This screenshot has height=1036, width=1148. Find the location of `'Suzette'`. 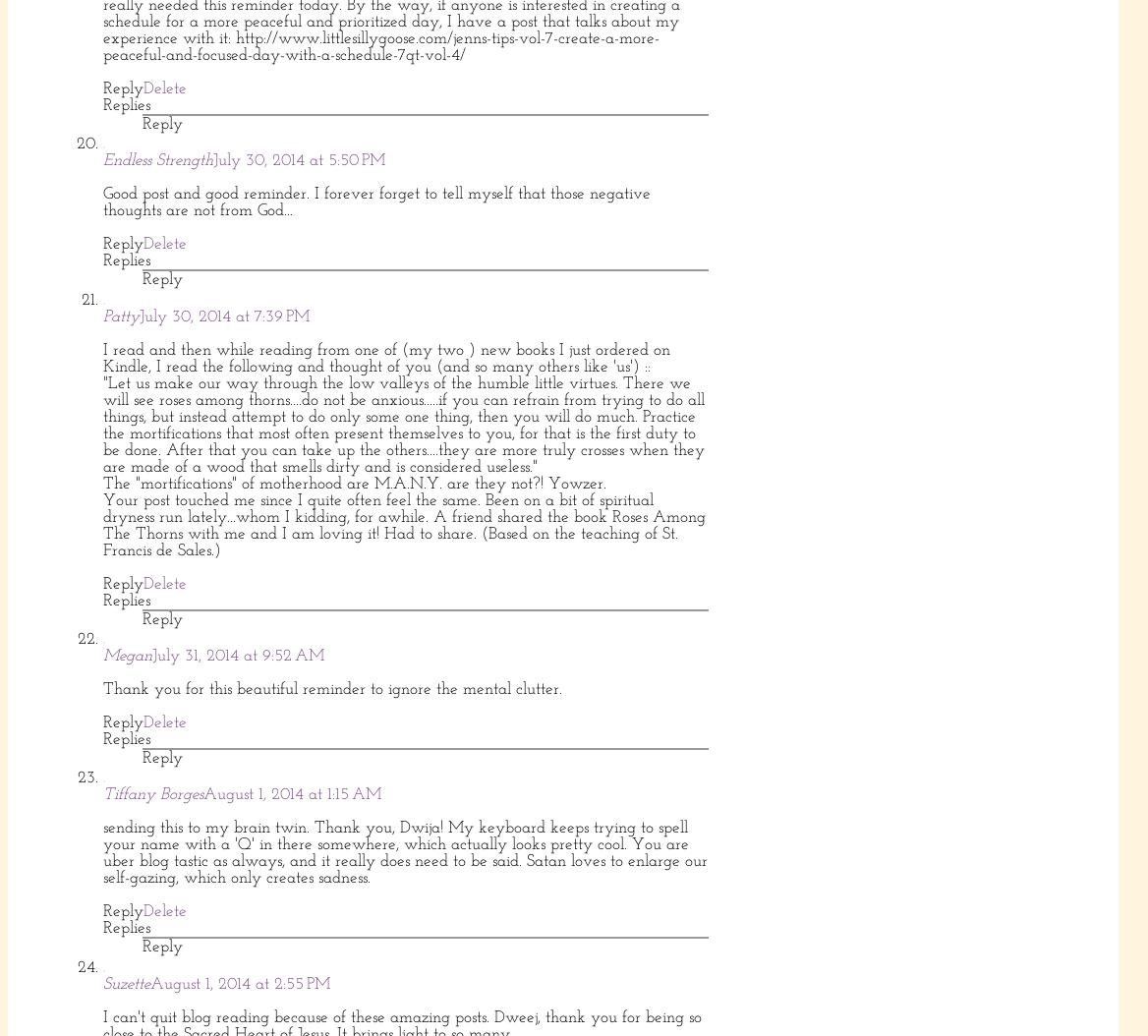

'Suzette' is located at coordinates (102, 983).